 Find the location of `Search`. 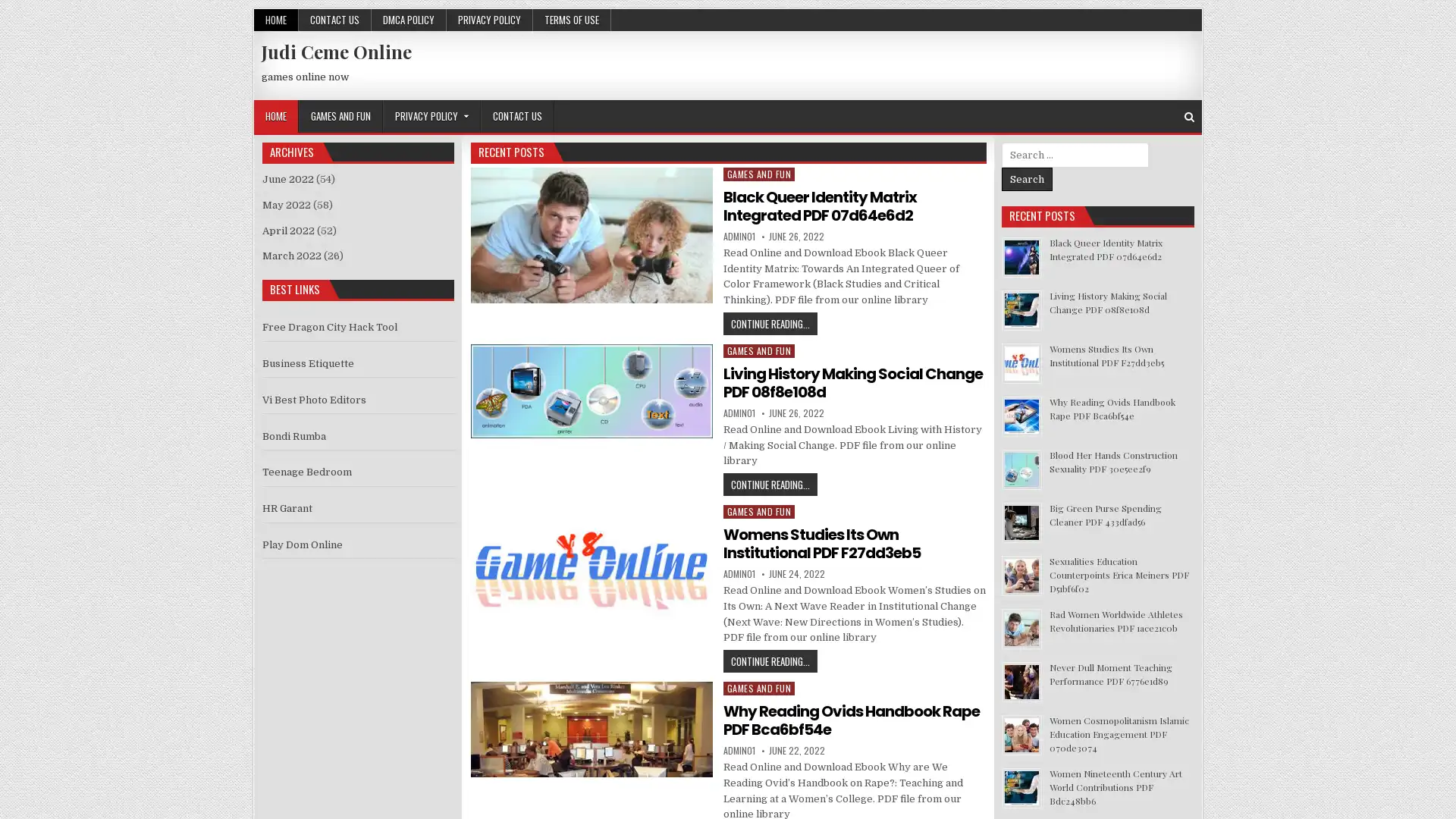

Search is located at coordinates (1027, 178).